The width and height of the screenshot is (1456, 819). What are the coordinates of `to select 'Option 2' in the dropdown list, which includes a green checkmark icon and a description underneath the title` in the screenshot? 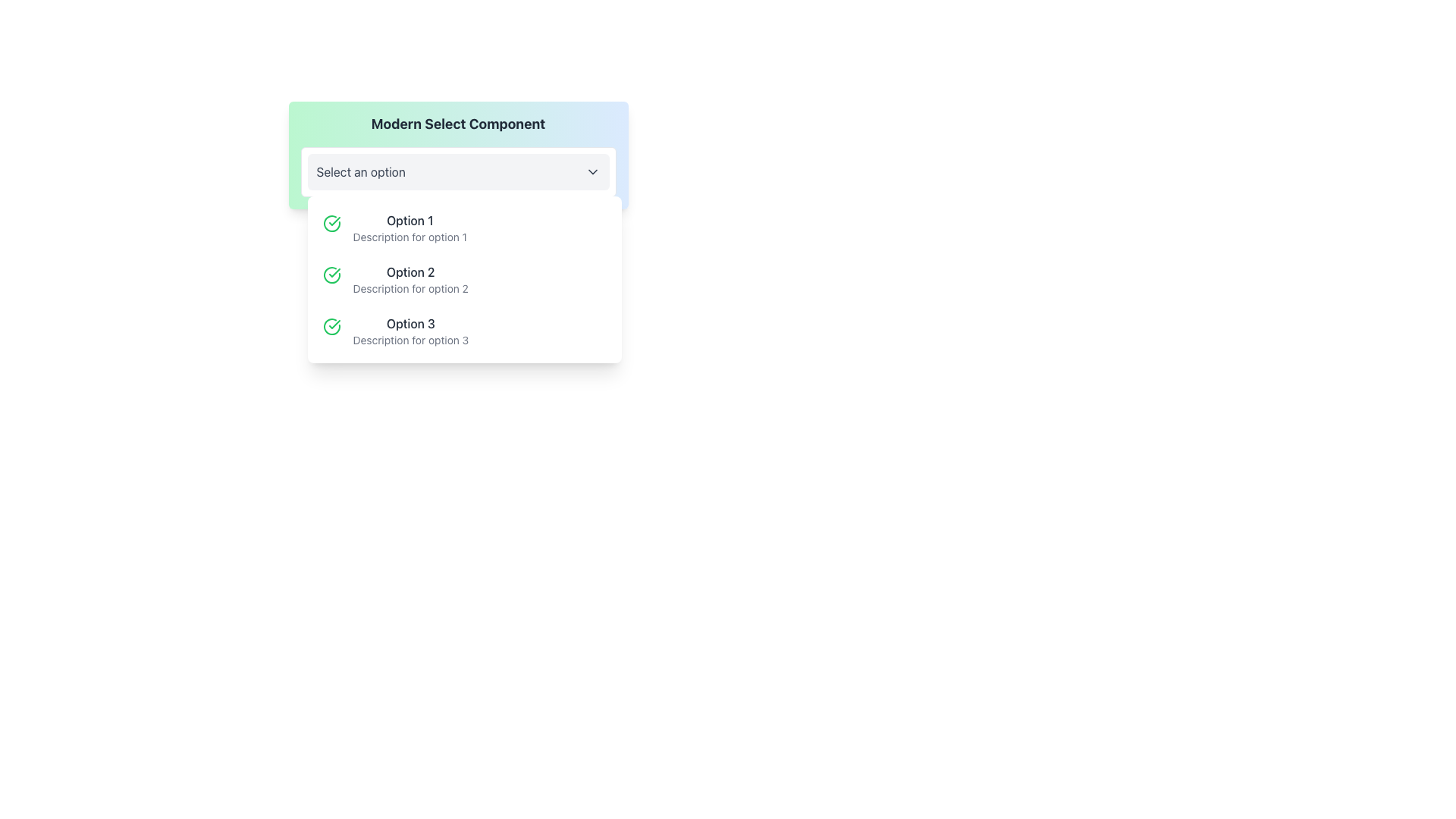 It's located at (463, 280).